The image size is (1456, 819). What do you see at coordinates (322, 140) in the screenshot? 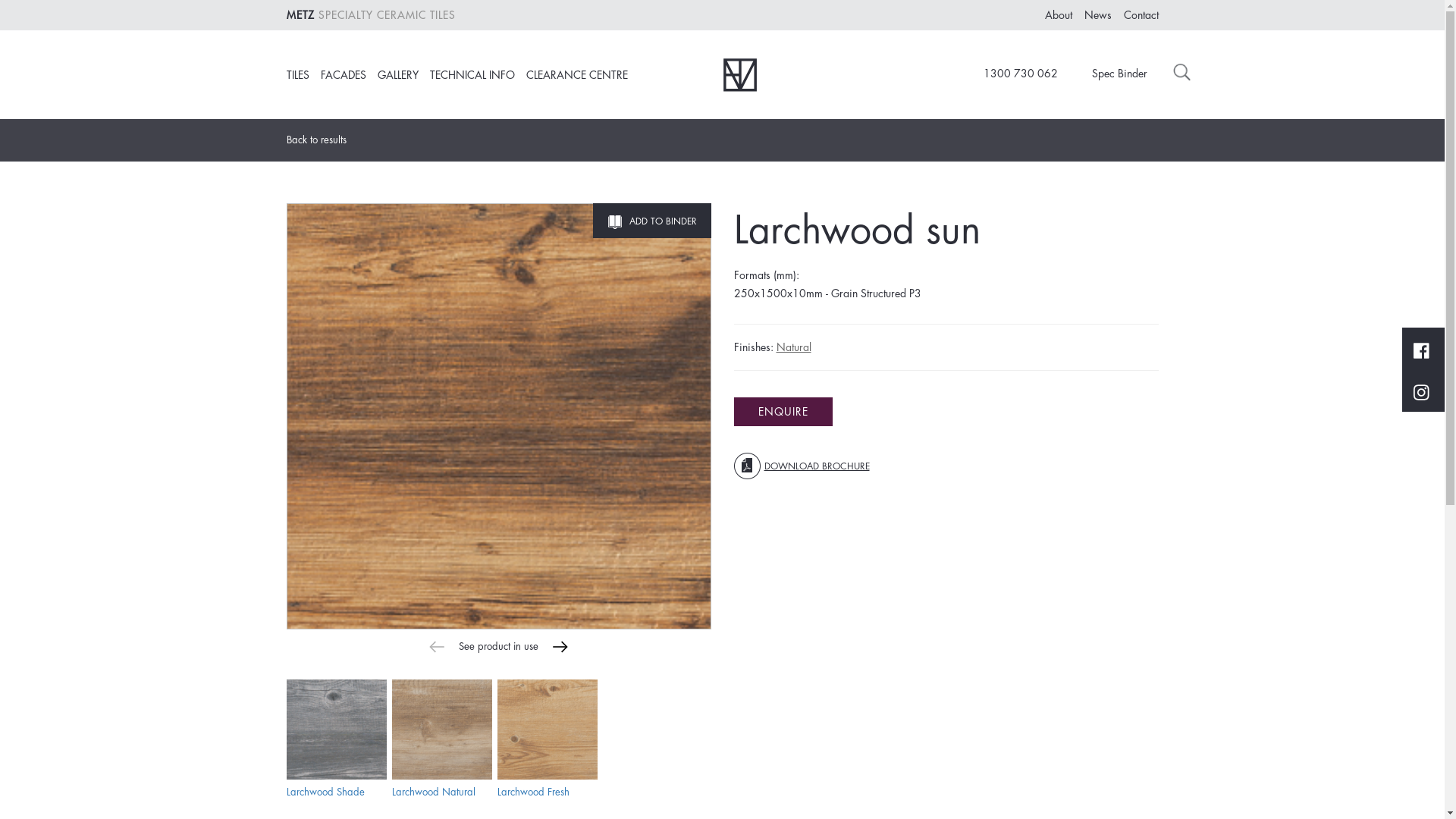
I see `'Back to results'` at bounding box center [322, 140].